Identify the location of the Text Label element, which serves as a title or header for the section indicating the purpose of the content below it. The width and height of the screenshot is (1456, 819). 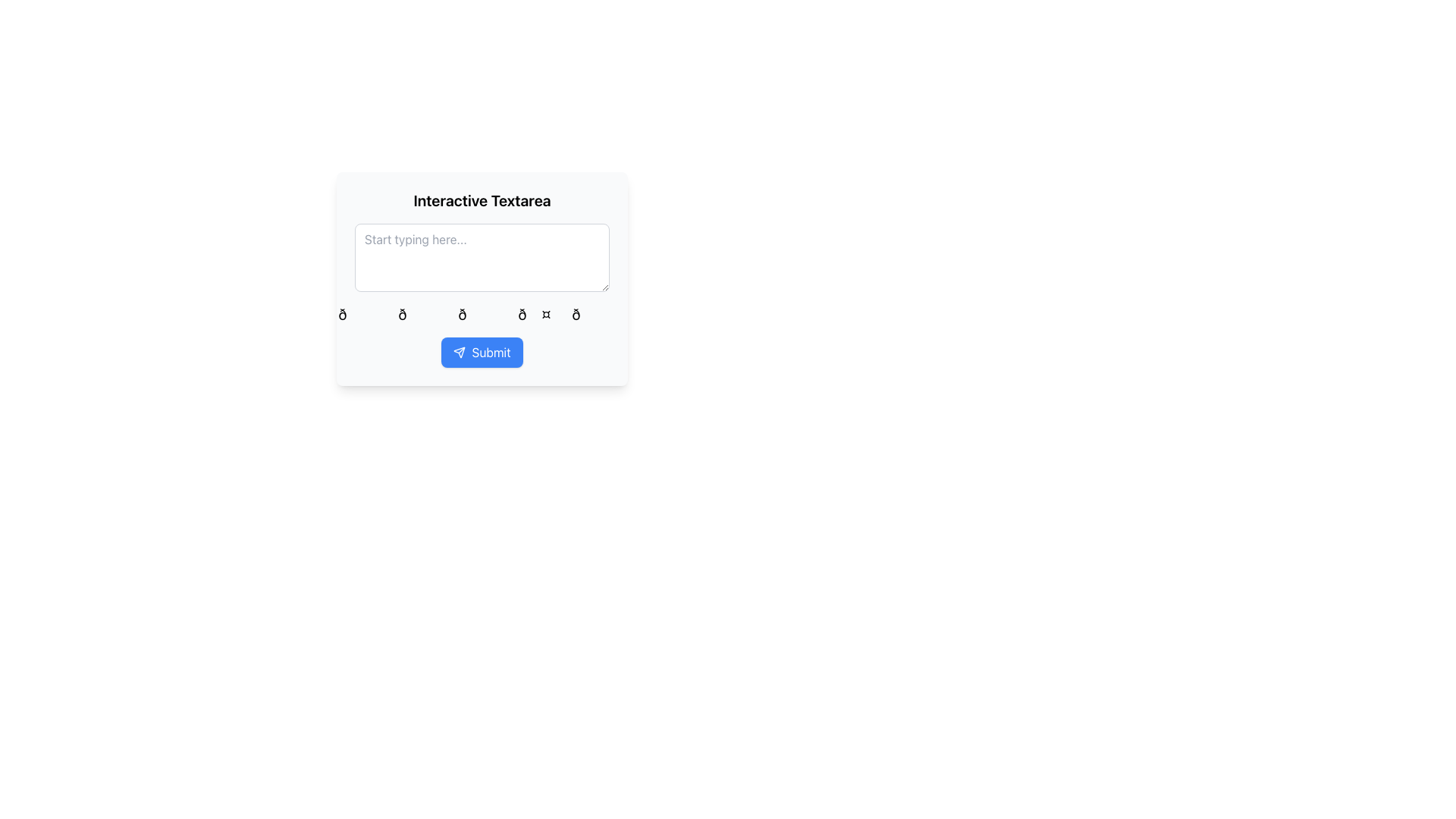
(481, 200).